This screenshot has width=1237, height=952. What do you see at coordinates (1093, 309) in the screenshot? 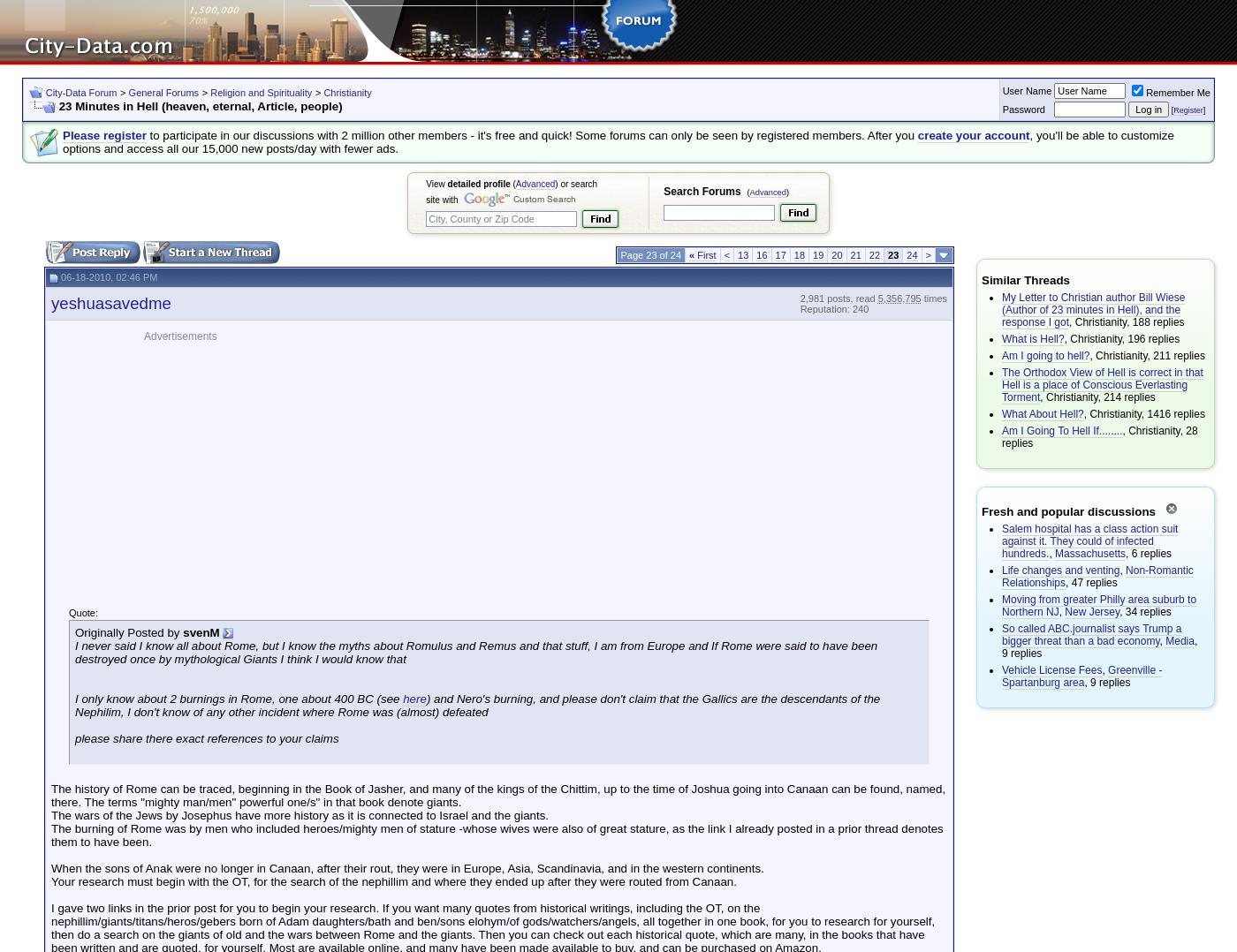
I see `'My Letter to Christian author Bill Wiese (Author of 23 minutes in Hell), and the response I got'` at bounding box center [1093, 309].